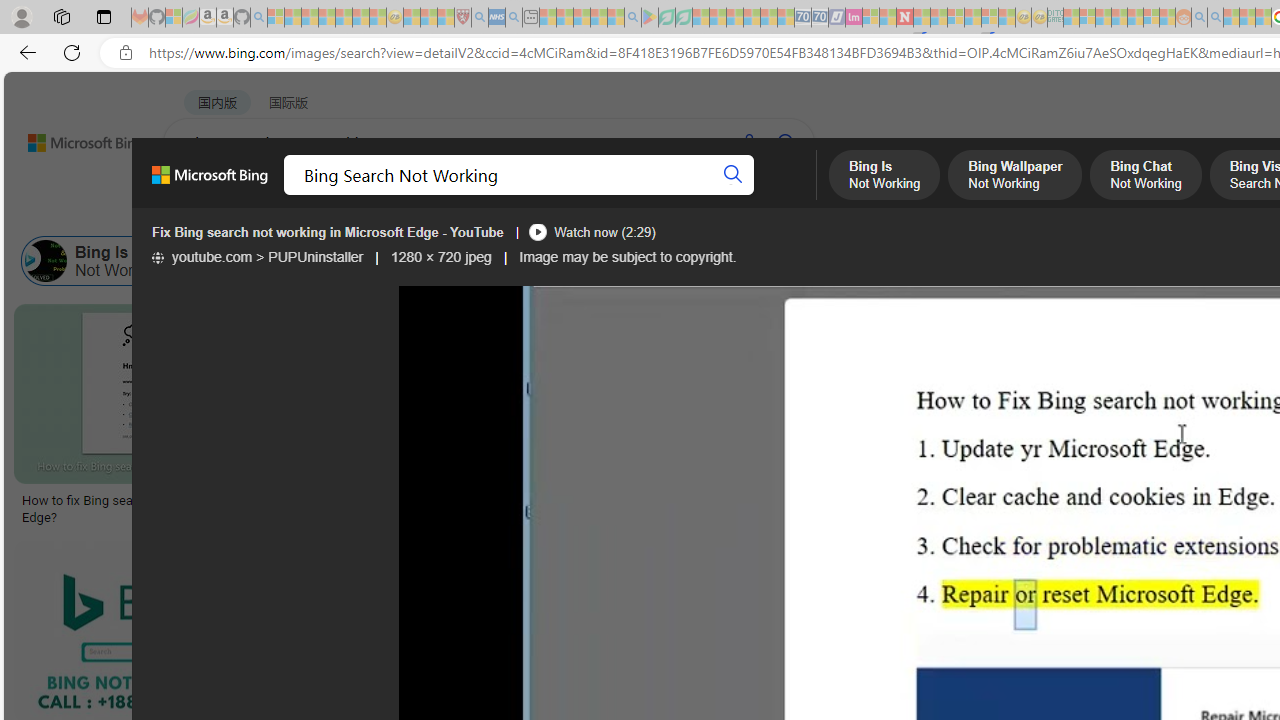  What do you see at coordinates (73, 137) in the screenshot?
I see `'Back to Bing search'` at bounding box center [73, 137].